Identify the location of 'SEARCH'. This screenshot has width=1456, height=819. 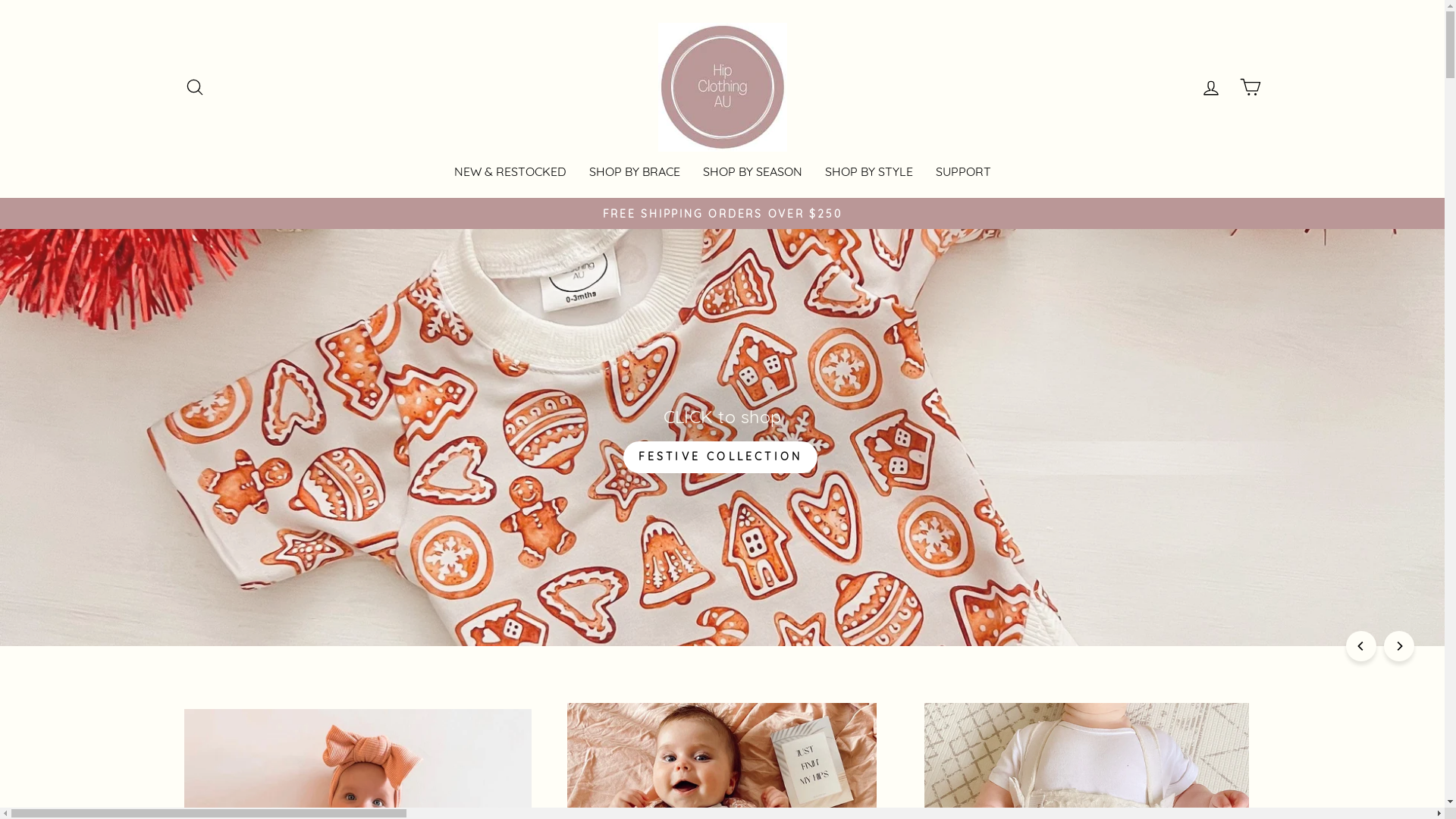
(174, 87).